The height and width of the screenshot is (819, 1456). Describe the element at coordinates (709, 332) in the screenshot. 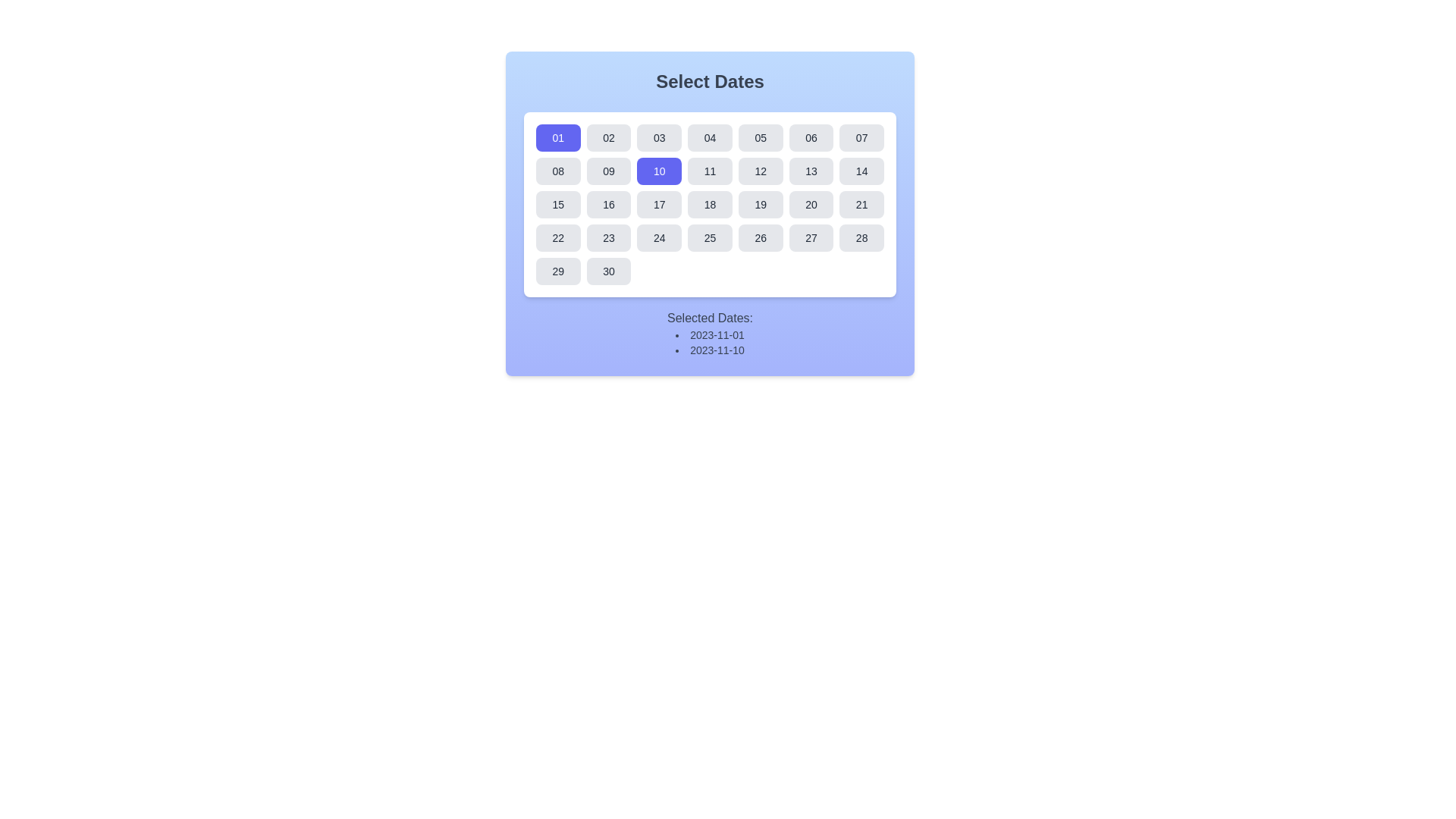

I see `the static text display informing the user about the currently selected dates in the calendar interface, which is located at the bottom of the panel and reads 'Selected Dates: 2023-11-01, 2023-11-10'` at that location.